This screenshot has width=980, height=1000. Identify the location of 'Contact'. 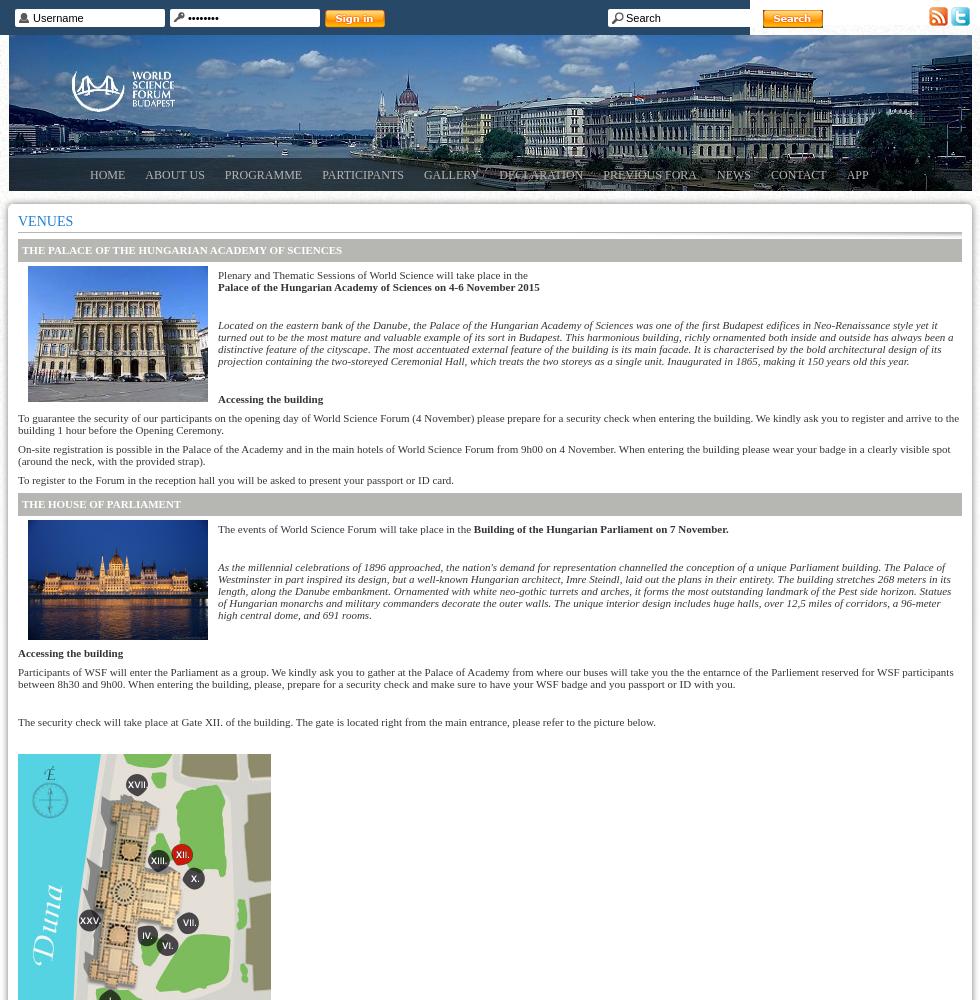
(798, 175).